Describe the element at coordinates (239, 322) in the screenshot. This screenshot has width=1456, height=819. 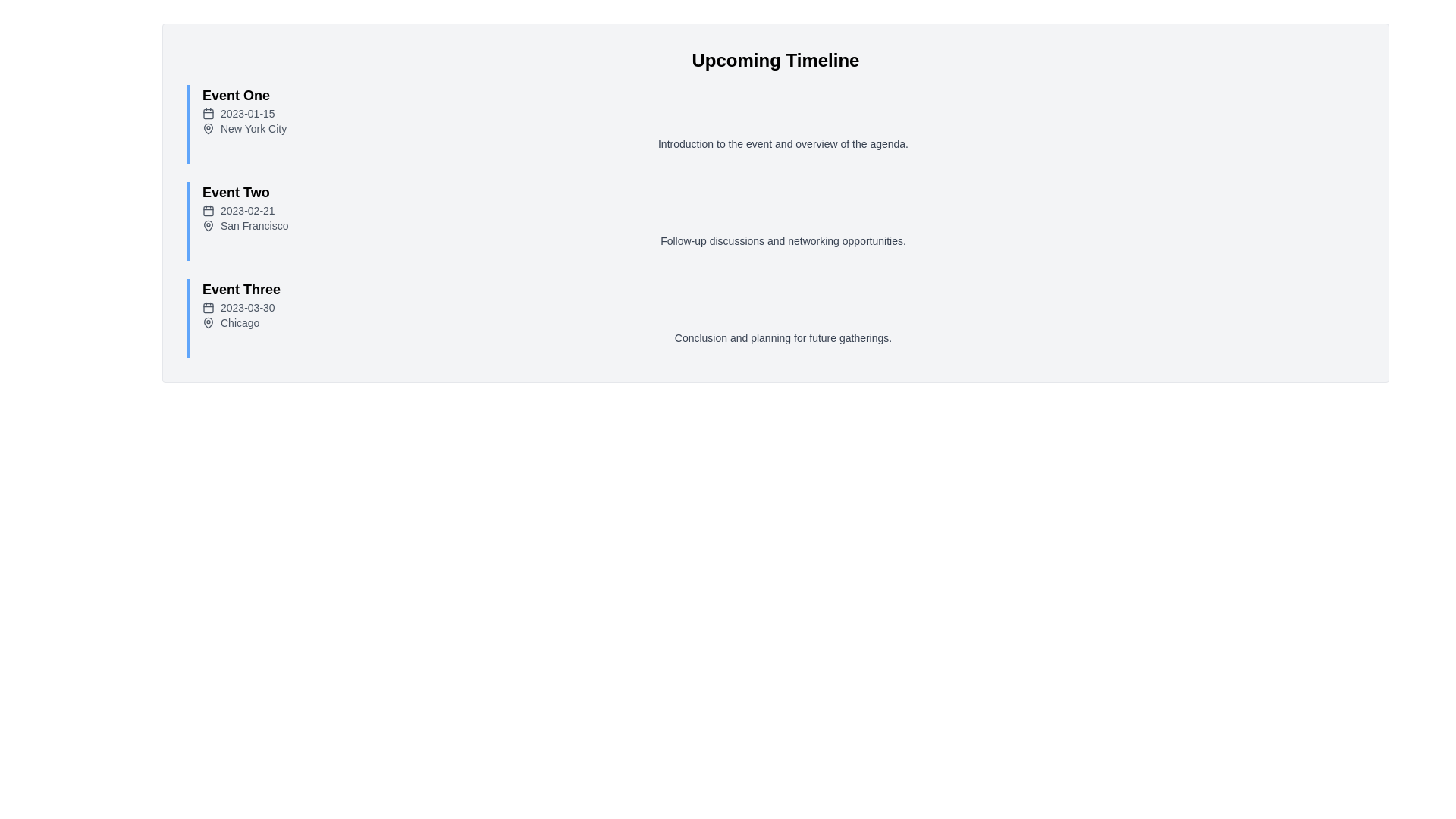
I see `the text label displaying 'Chicago', which is styled in a medium-sized sans-serif font and colored gray, located in the 'Event Three' section of the timeline` at that location.